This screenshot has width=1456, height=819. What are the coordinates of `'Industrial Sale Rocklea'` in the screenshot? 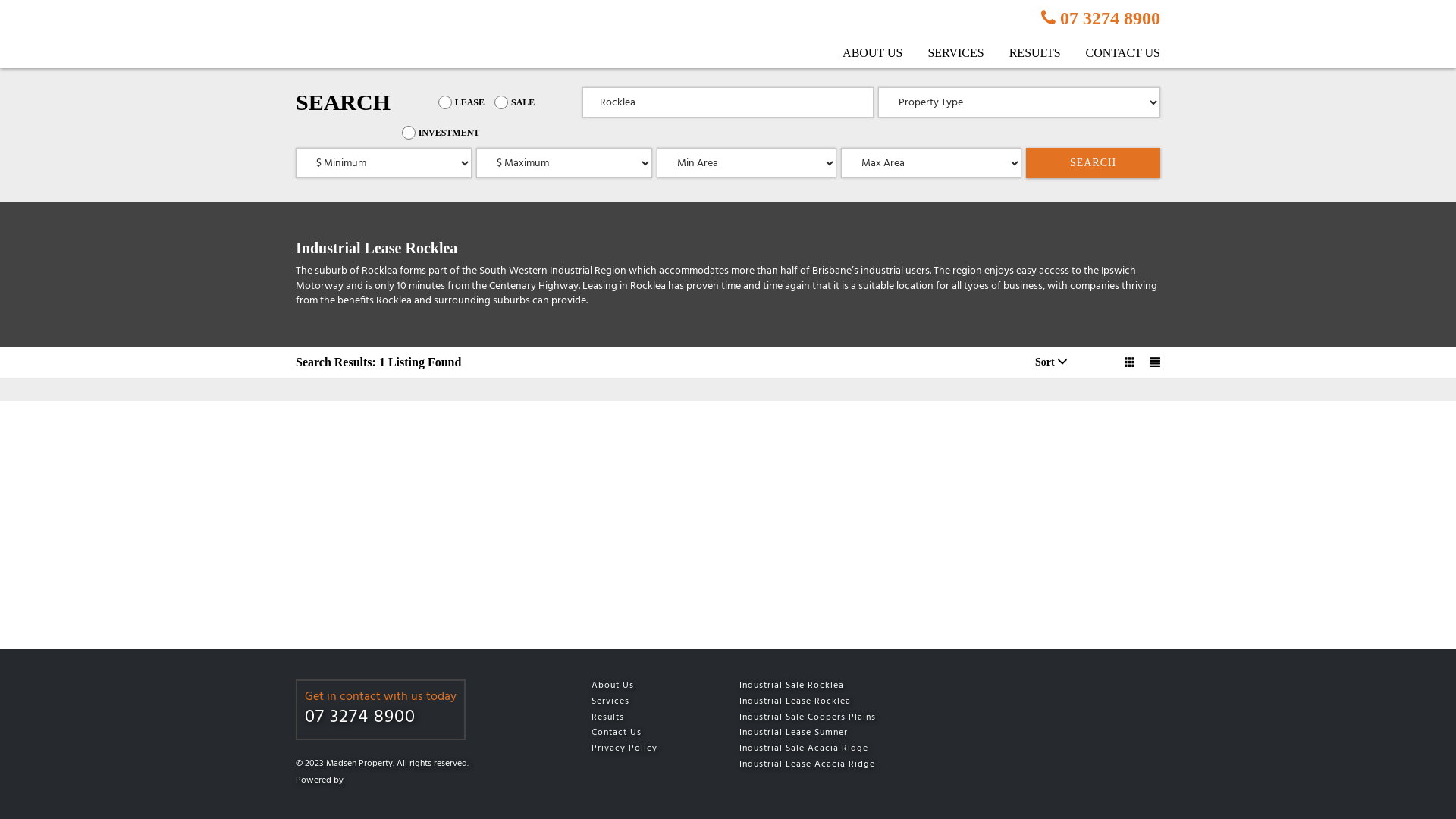 It's located at (838, 686).